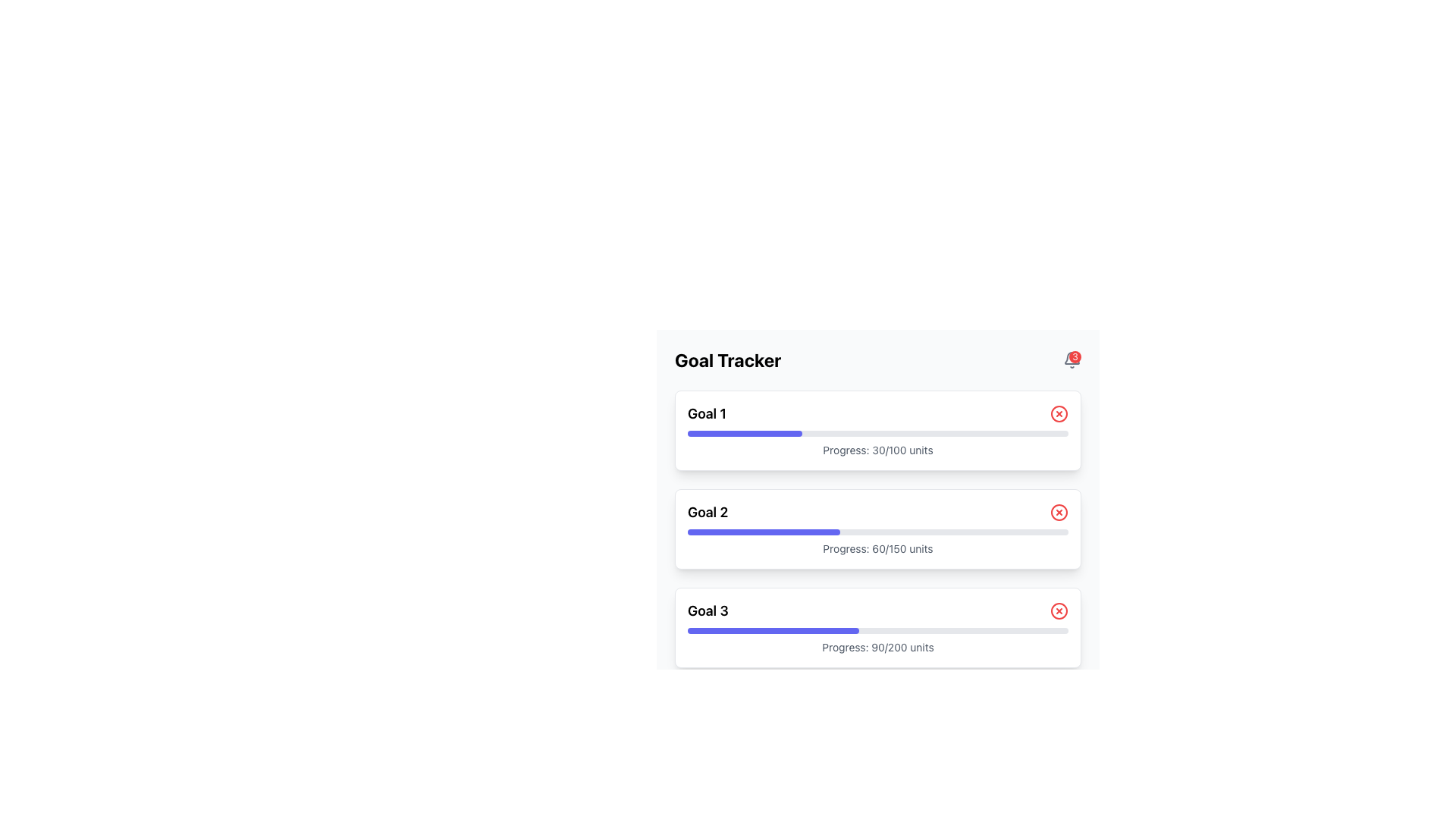  Describe the element at coordinates (877, 532) in the screenshot. I see `the progress bar representing 'Goal 2', which visually indicates a completion level of 60 out of 150 units` at that location.